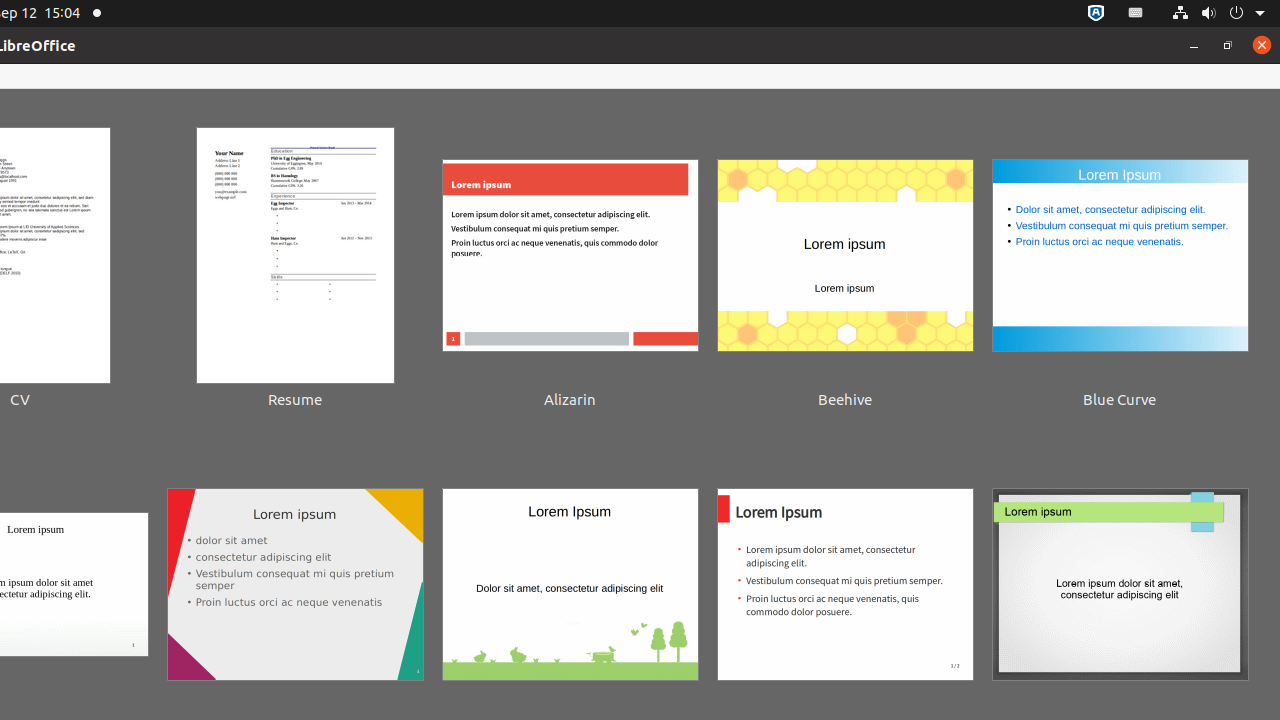 This screenshot has height=720, width=1280. Describe the element at coordinates (1136, 13) in the screenshot. I see `':1.21/StatusNotifierItem'` at that location.